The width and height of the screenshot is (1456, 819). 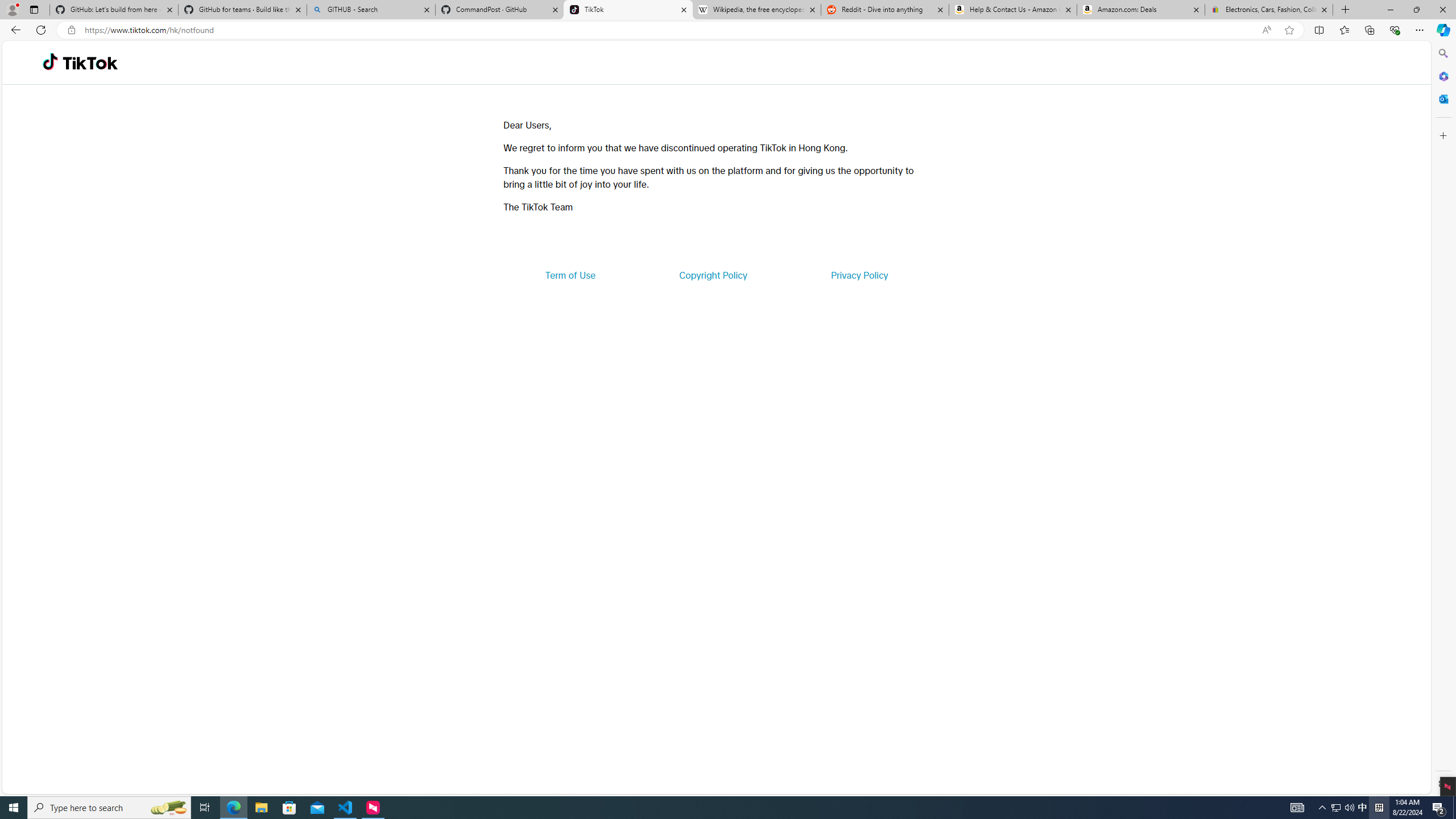 What do you see at coordinates (712, 274) in the screenshot?
I see `'Copyright Policy'` at bounding box center [712, 274].